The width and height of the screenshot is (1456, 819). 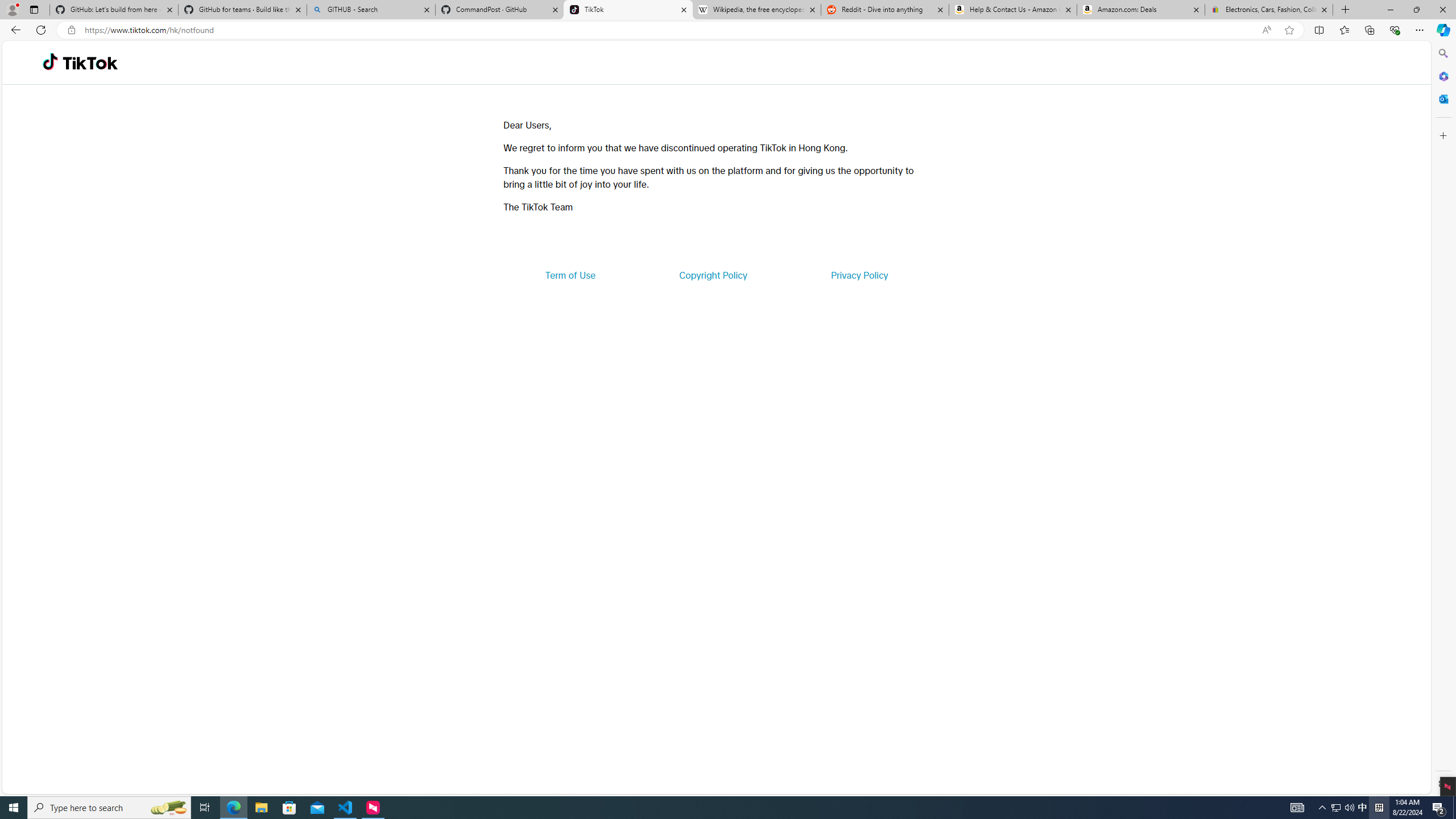 What do you see at coordinates (712, 274) in the screenshot?
I see `'Copyright Policy'` at bounding box center [712, 274].